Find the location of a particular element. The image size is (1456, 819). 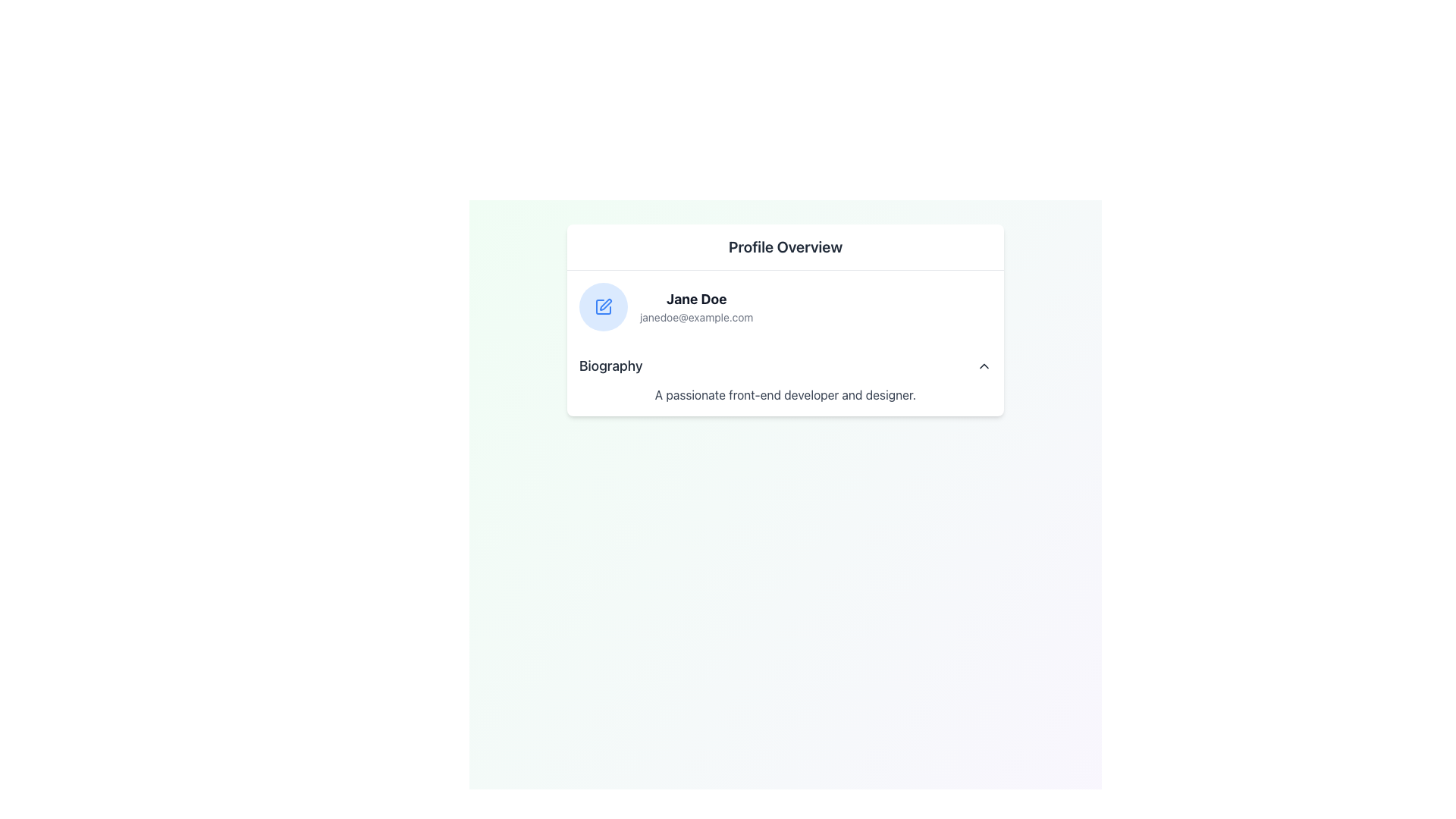

the static text display component that reads 'A passionate front-end developer and designer.' located below the 'Biography' title is located at coordinates (786, 394).